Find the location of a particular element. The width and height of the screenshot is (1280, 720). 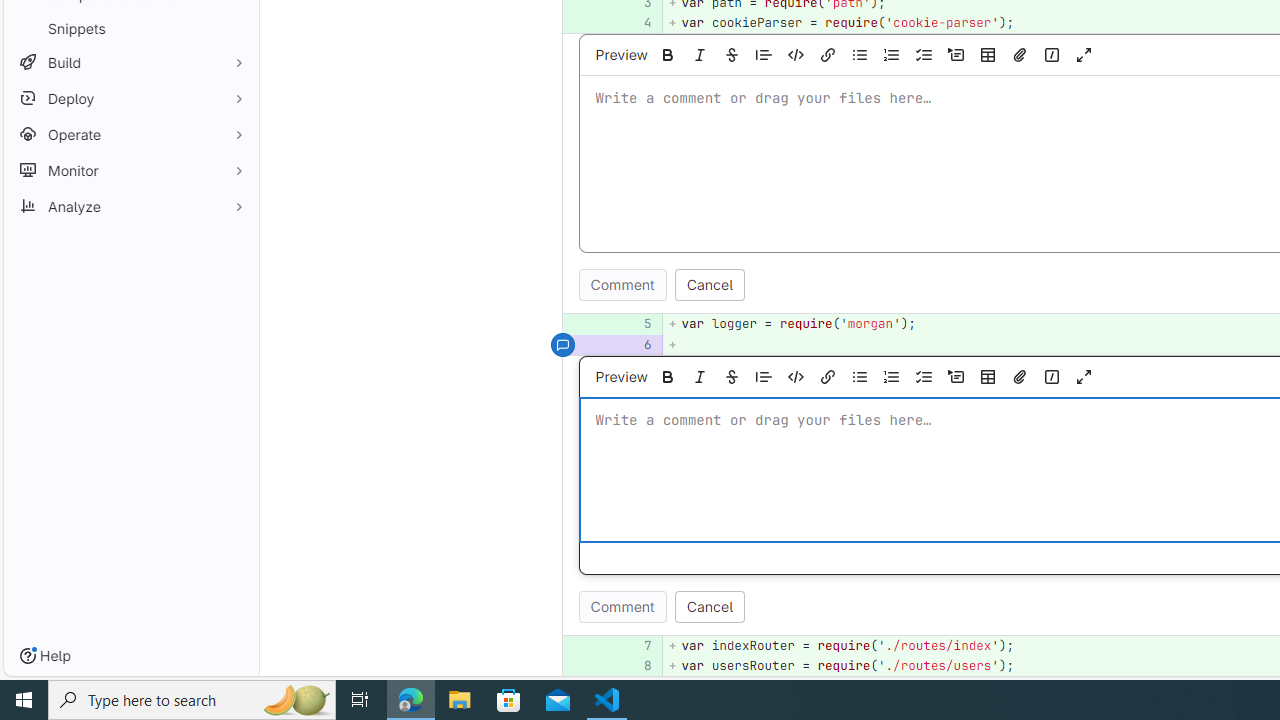

'Deploy' is located at coordinates (130, 98).